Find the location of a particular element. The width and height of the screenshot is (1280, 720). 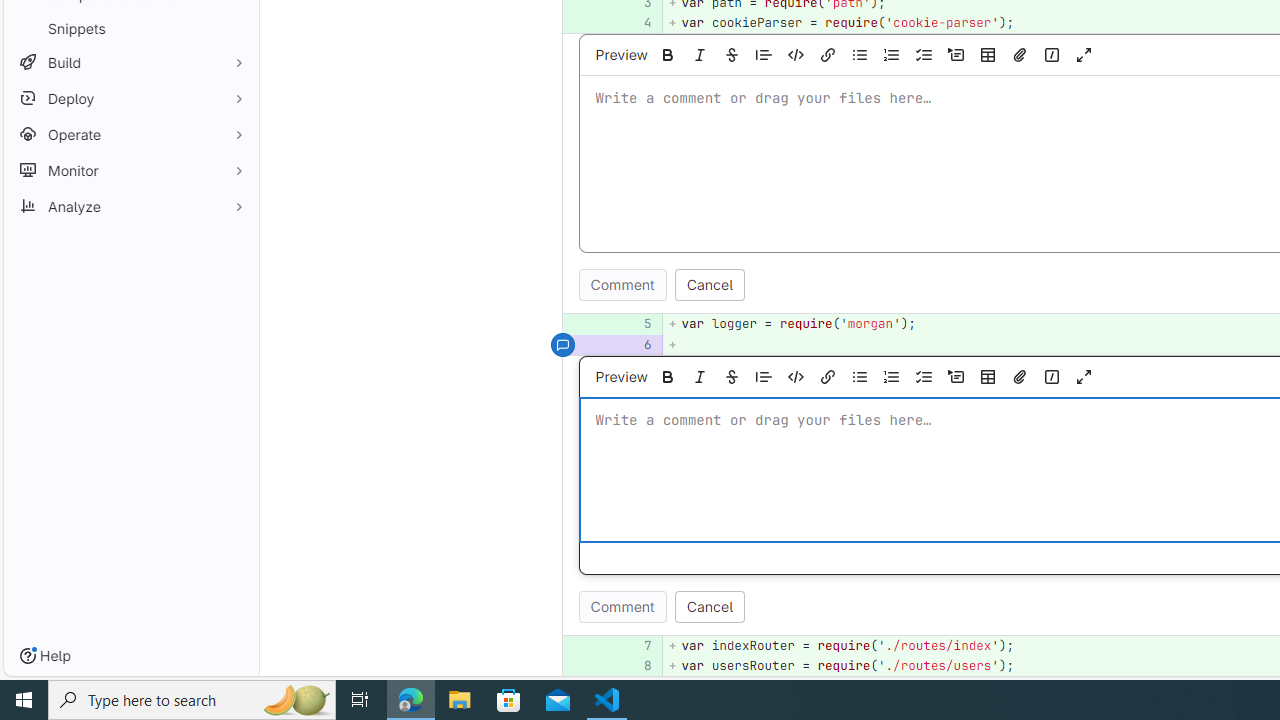

'Deploy' is located at coordinates (130, 98).